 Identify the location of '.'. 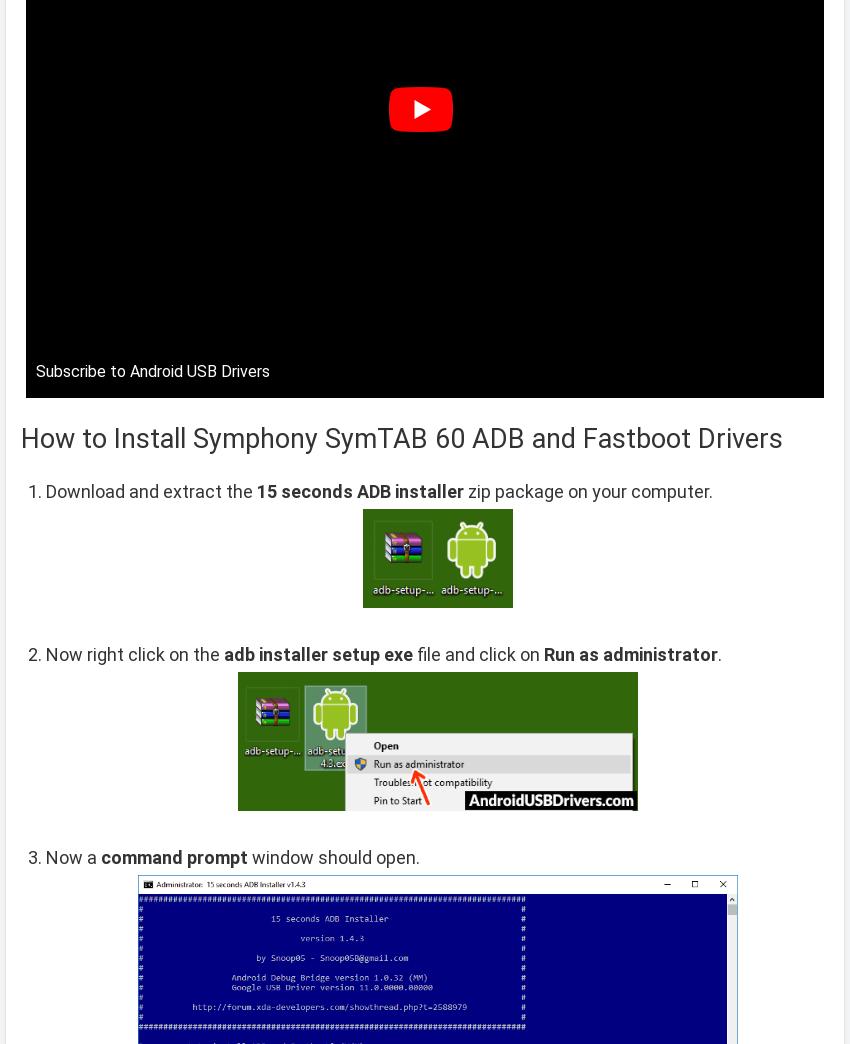
(719, 653).